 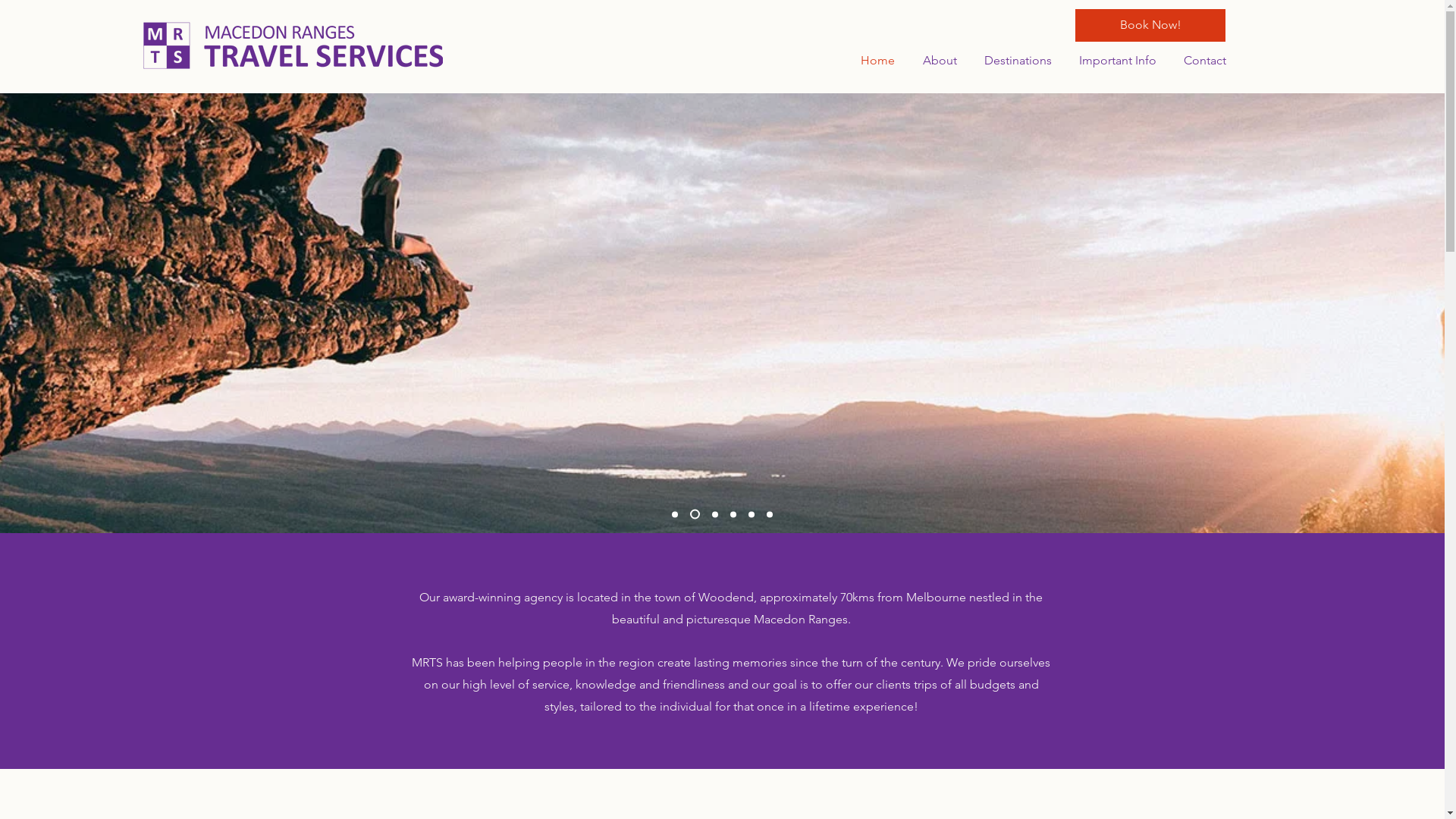 I want to click on 'About', so click(x=937, y=60).